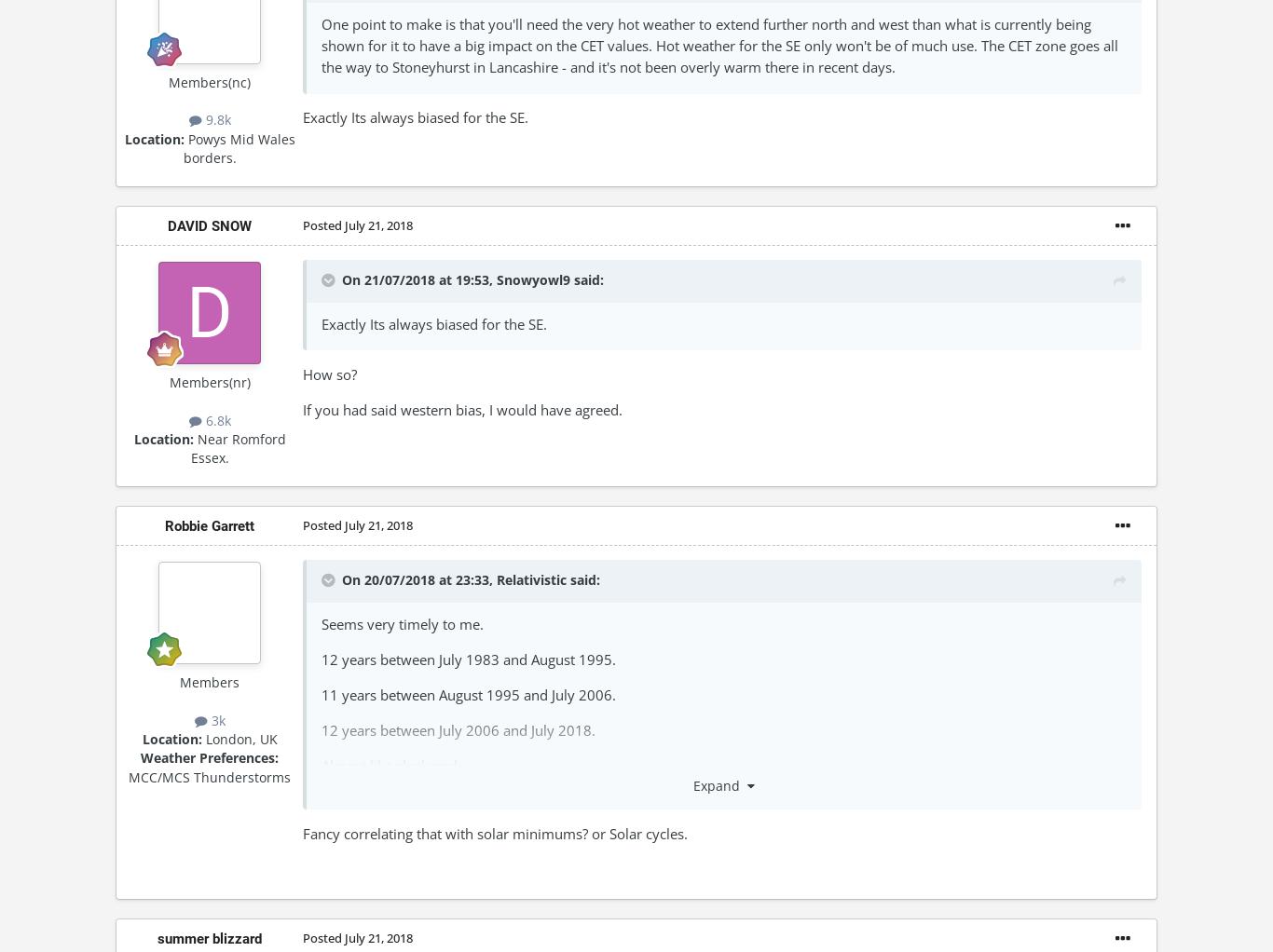 This screenshot has height=952, width=1273. I want to click on '12 years between July 1983 and August 1995.', so click(468, 659).